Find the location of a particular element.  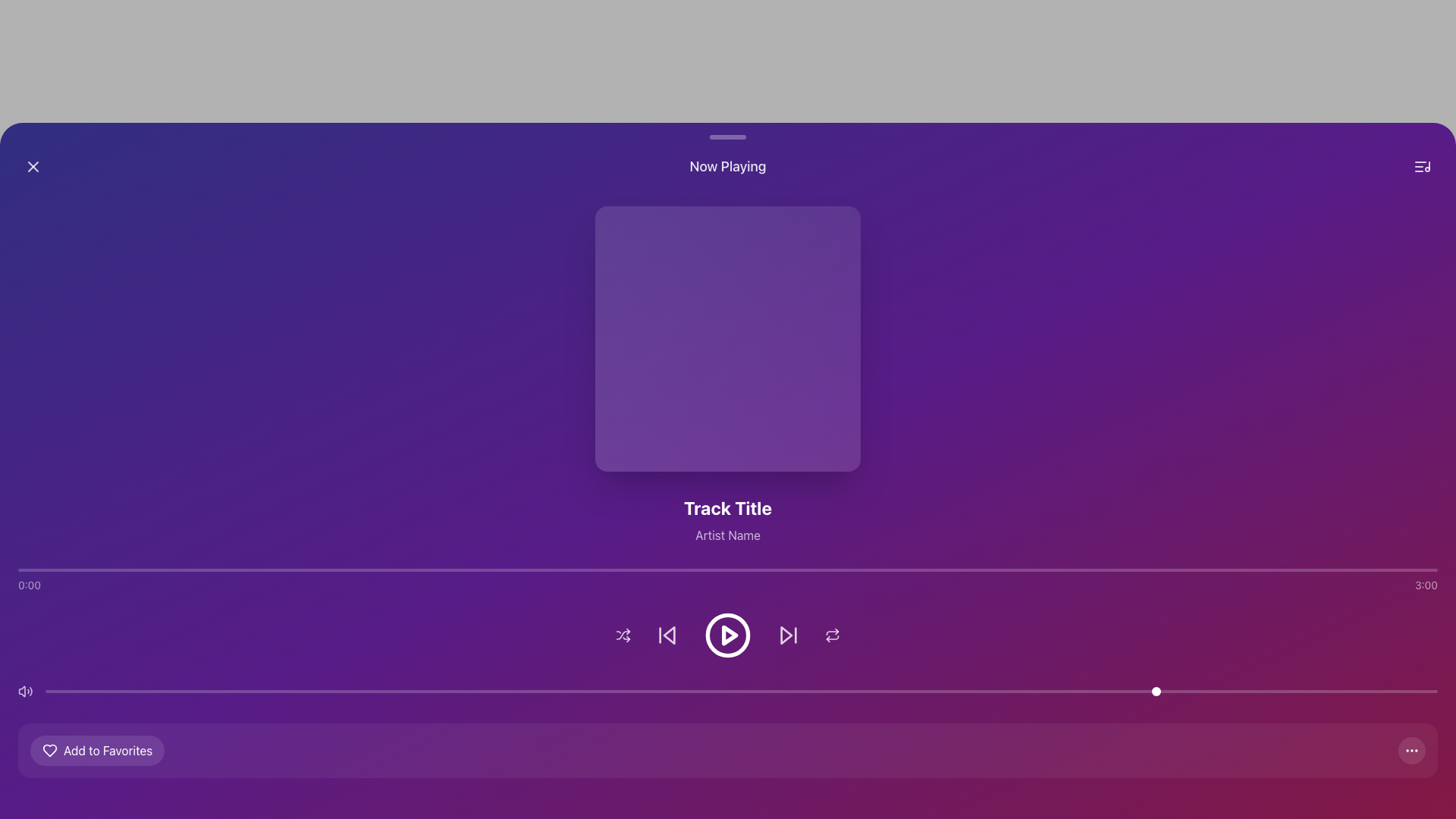

the circular play button with a white border and a purple background to play or pause the track is located at coordinates (728, 635).